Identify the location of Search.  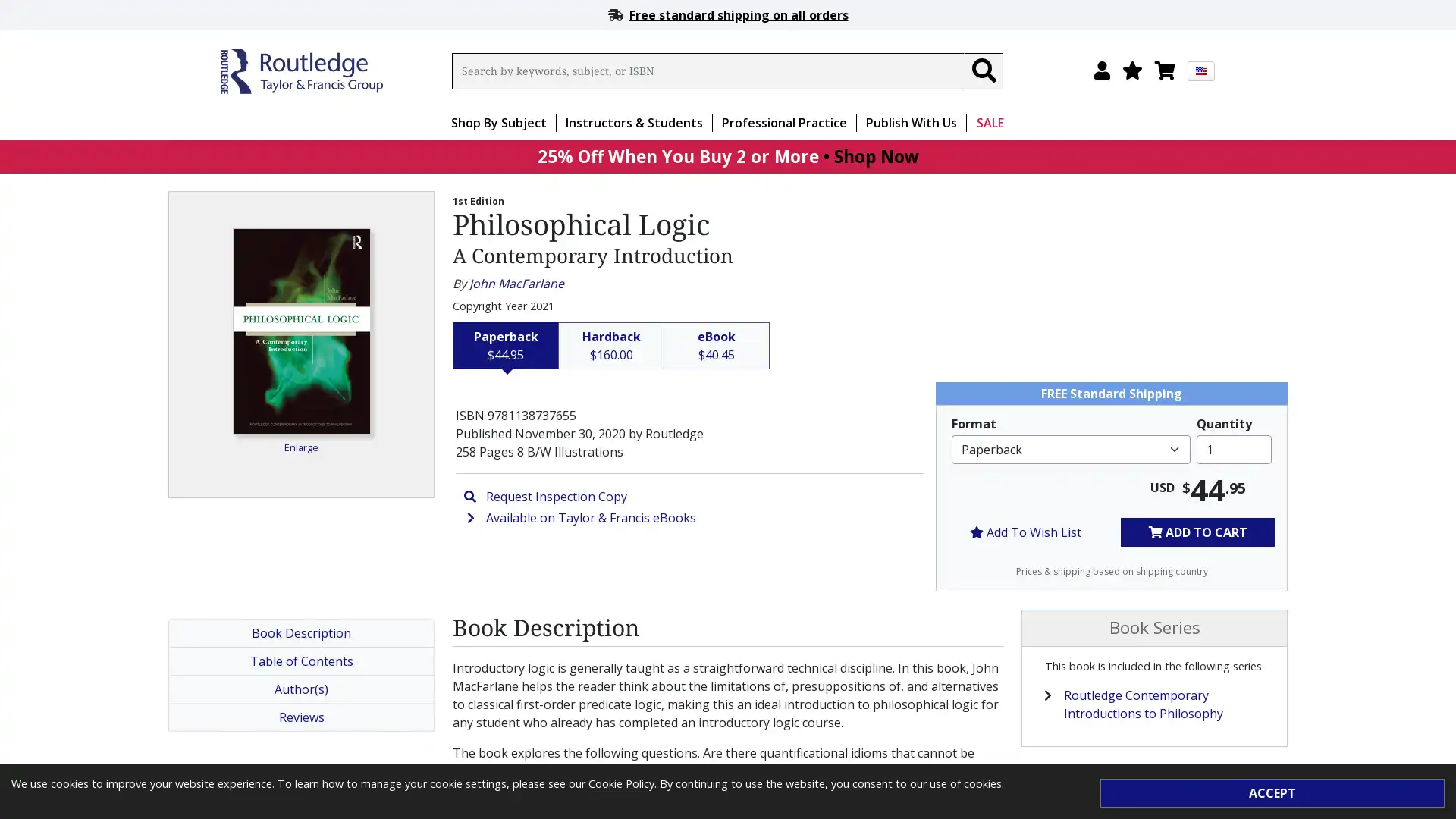
(983, 71).